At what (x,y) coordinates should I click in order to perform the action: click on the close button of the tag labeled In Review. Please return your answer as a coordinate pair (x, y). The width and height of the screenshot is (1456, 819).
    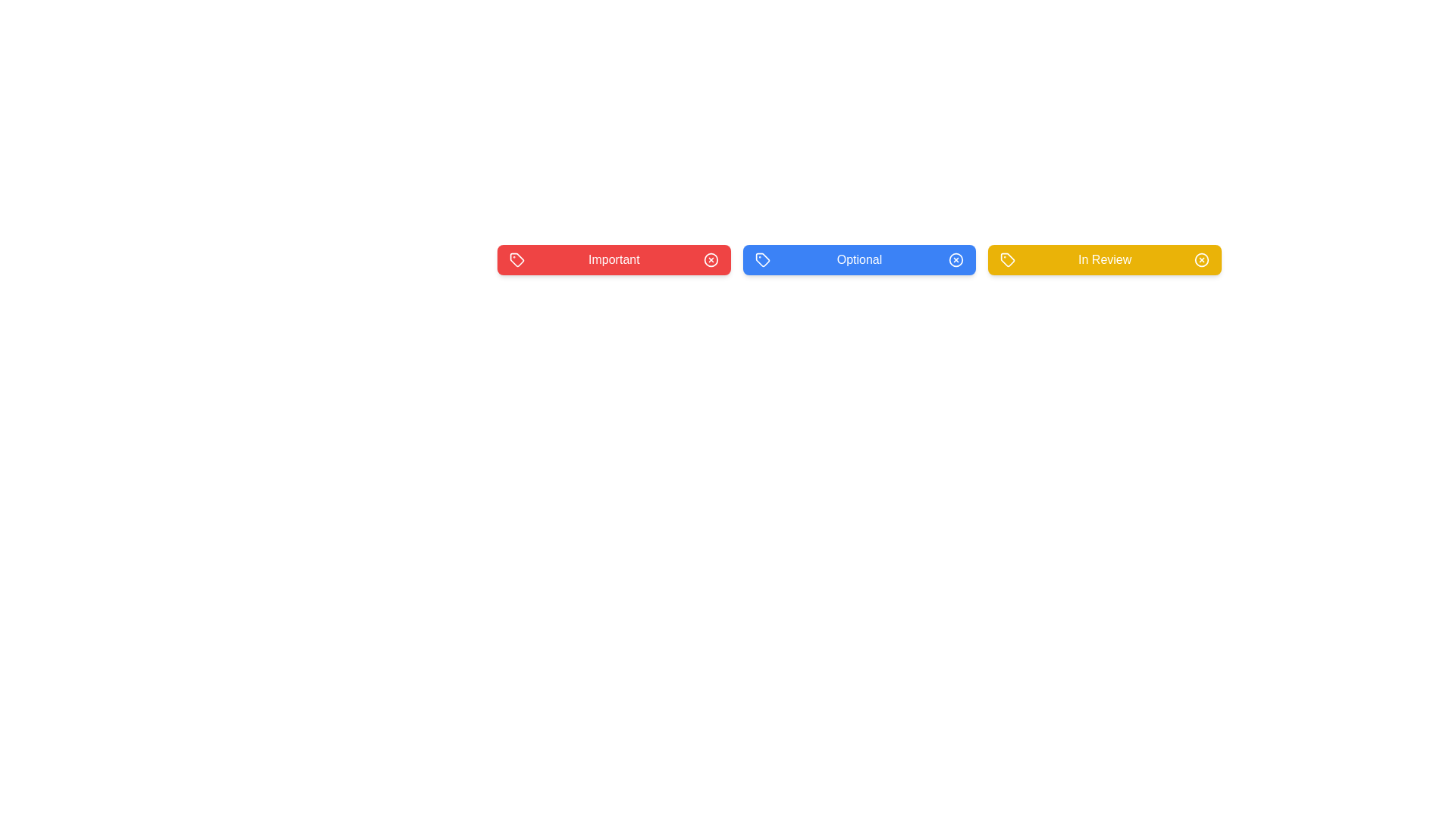
    Looking at the image, I should click on (1200, 259).